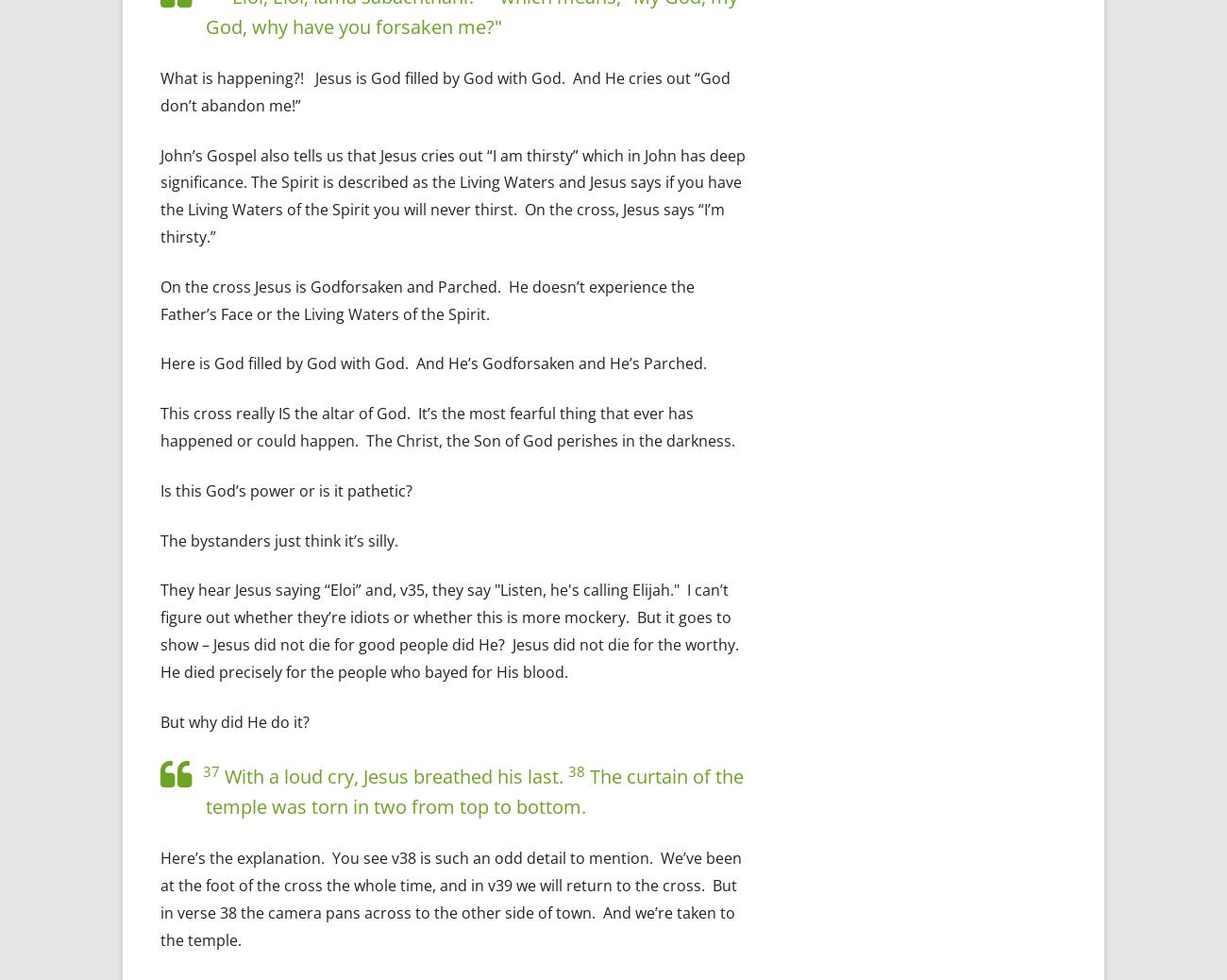  I want to click on 'Here’s the explanation.  You see v38 is such an odd detail to mention.  We’ve been at the foot of the cross the whole time, and in v39 we will return to the cross.  But in verse 38 the camera pans across to the other side of town.  And we’re taken to the temple.', so click(450, 898).